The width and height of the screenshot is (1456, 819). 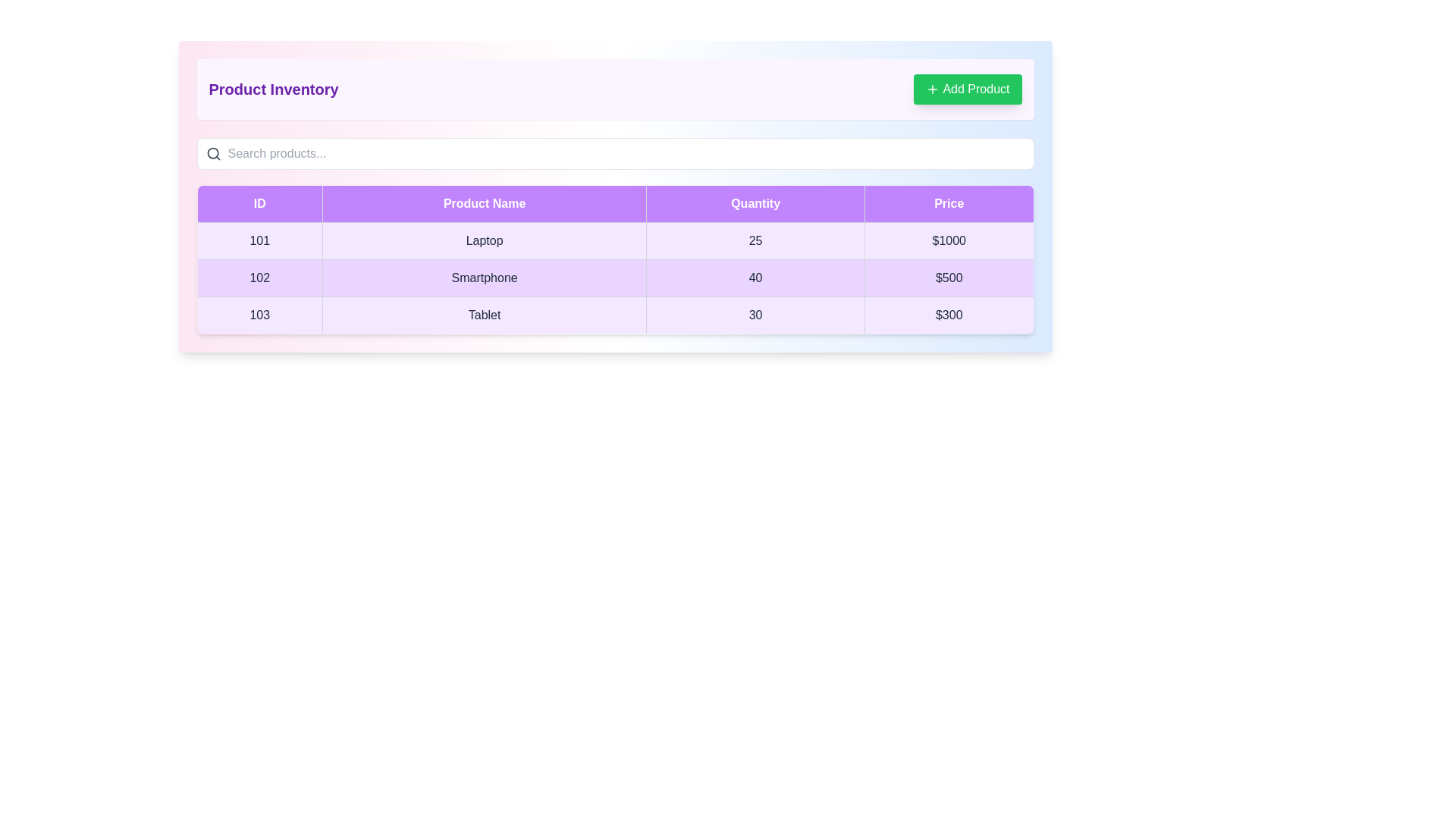 I want to click on the icon that symbolizes the addition of a new product, located inside the 'Add Product' button at the top-right corner of the interface, so click(x=932, y=89).